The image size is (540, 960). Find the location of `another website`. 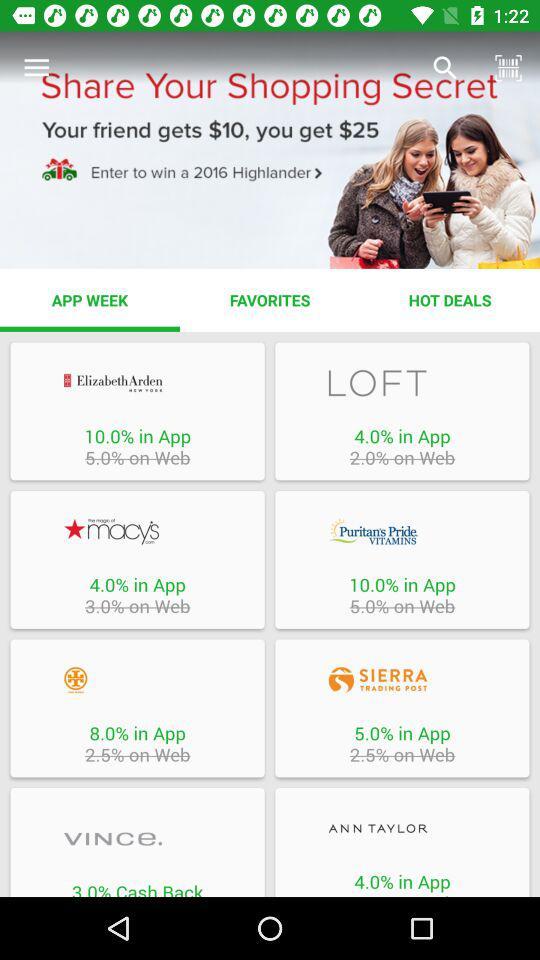

another website is located at coordinates (136, 530).